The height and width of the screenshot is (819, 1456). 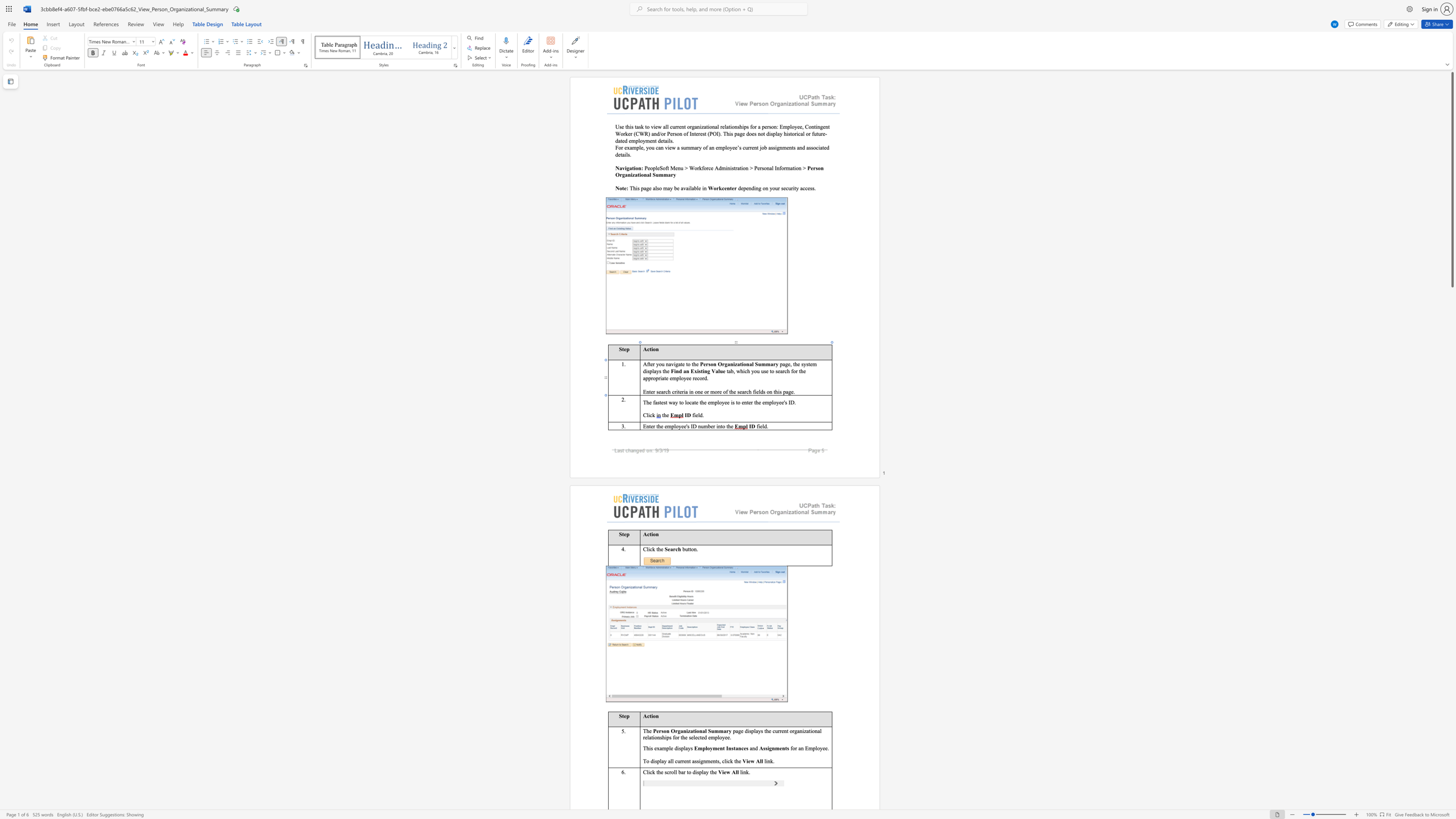 I want to click on the space between the continuous character "I" and "D" in the text, so click(x=693, y=426).